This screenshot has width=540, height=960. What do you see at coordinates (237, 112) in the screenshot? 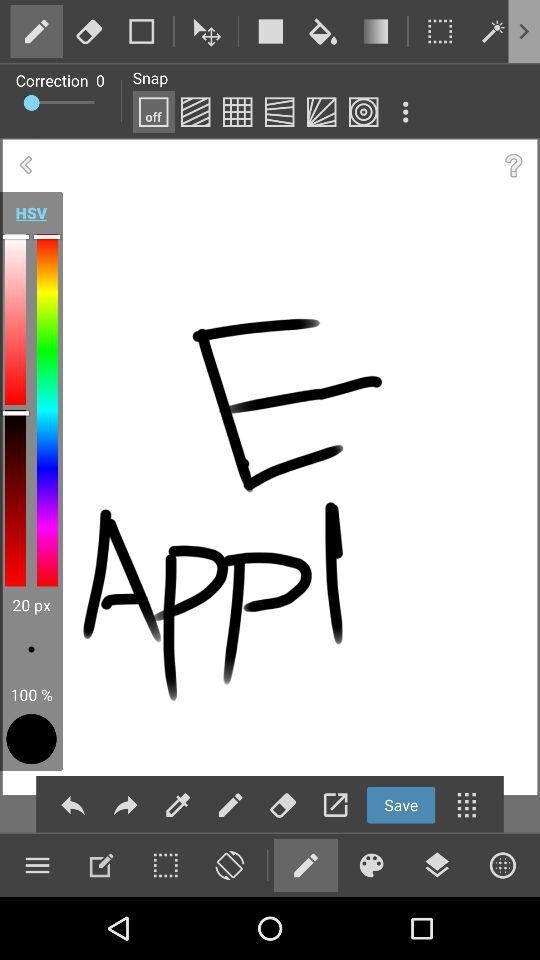
I see `paint button` at bounding box center [237, 112].